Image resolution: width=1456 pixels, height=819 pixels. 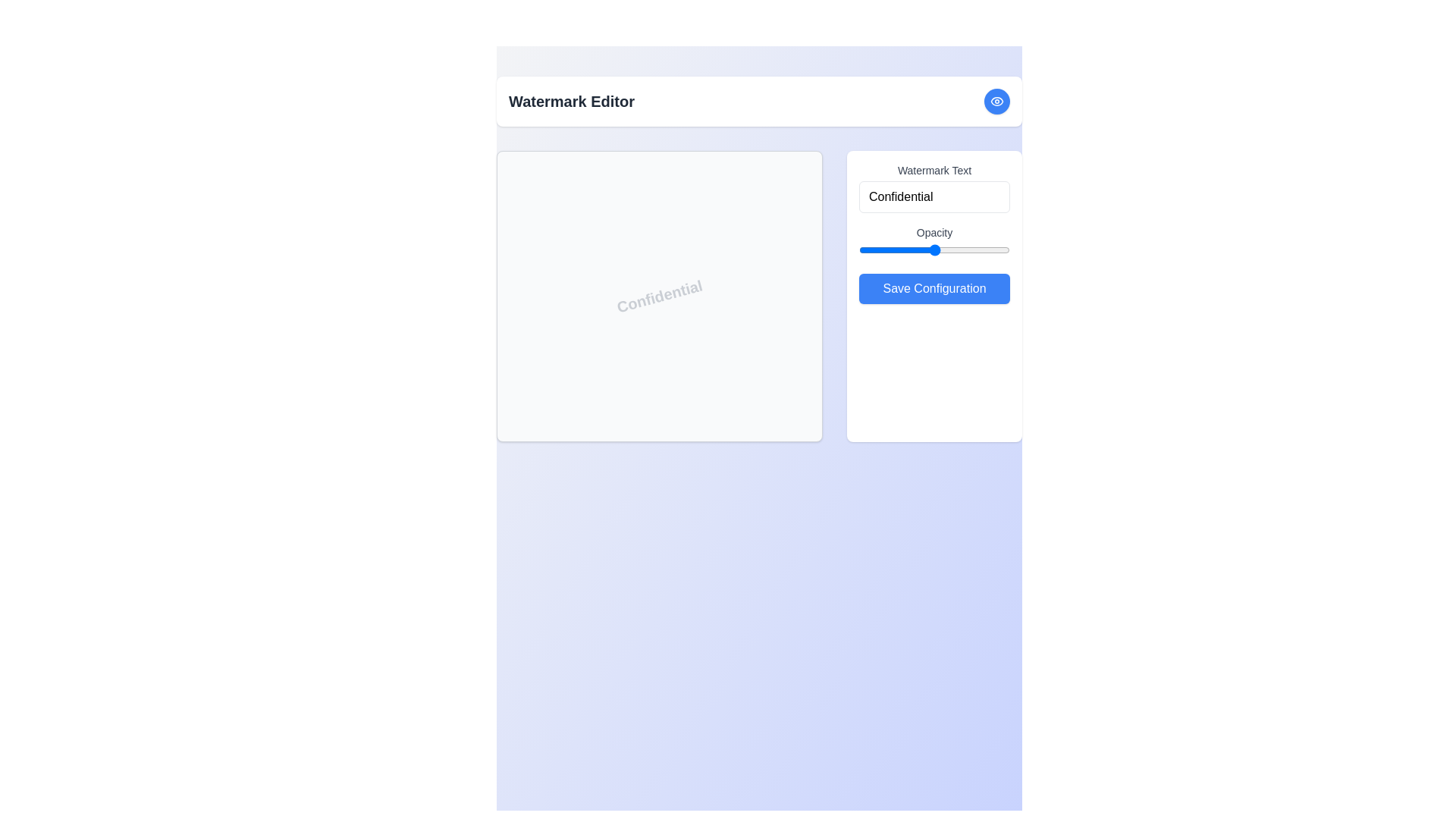 I want to click on the blue 'Save Configuration' button in the Panel with input controls to apply changes, so click(x=934, y=296).